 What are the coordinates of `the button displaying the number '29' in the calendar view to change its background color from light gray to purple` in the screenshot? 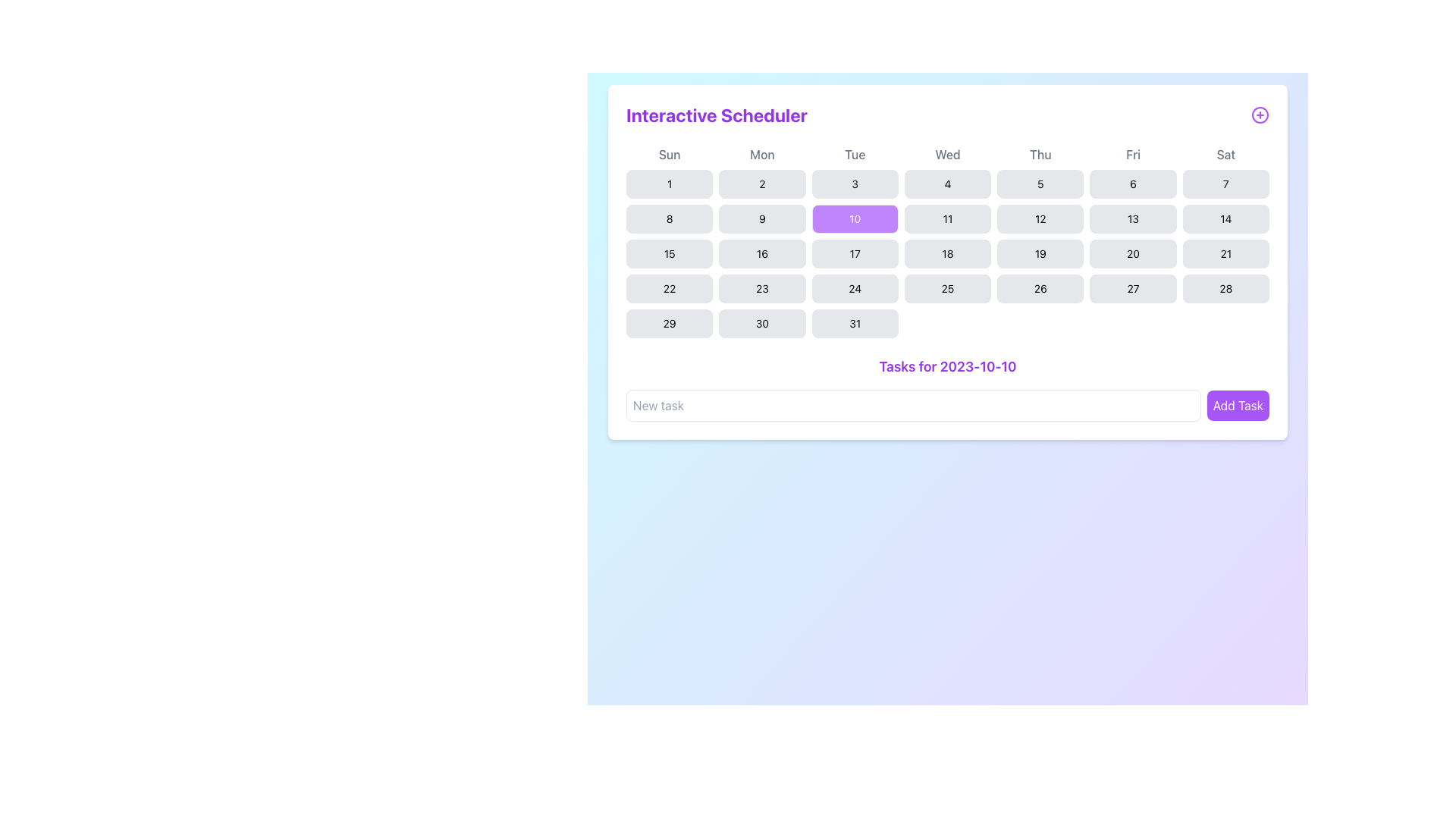 It's located at (669, 323).